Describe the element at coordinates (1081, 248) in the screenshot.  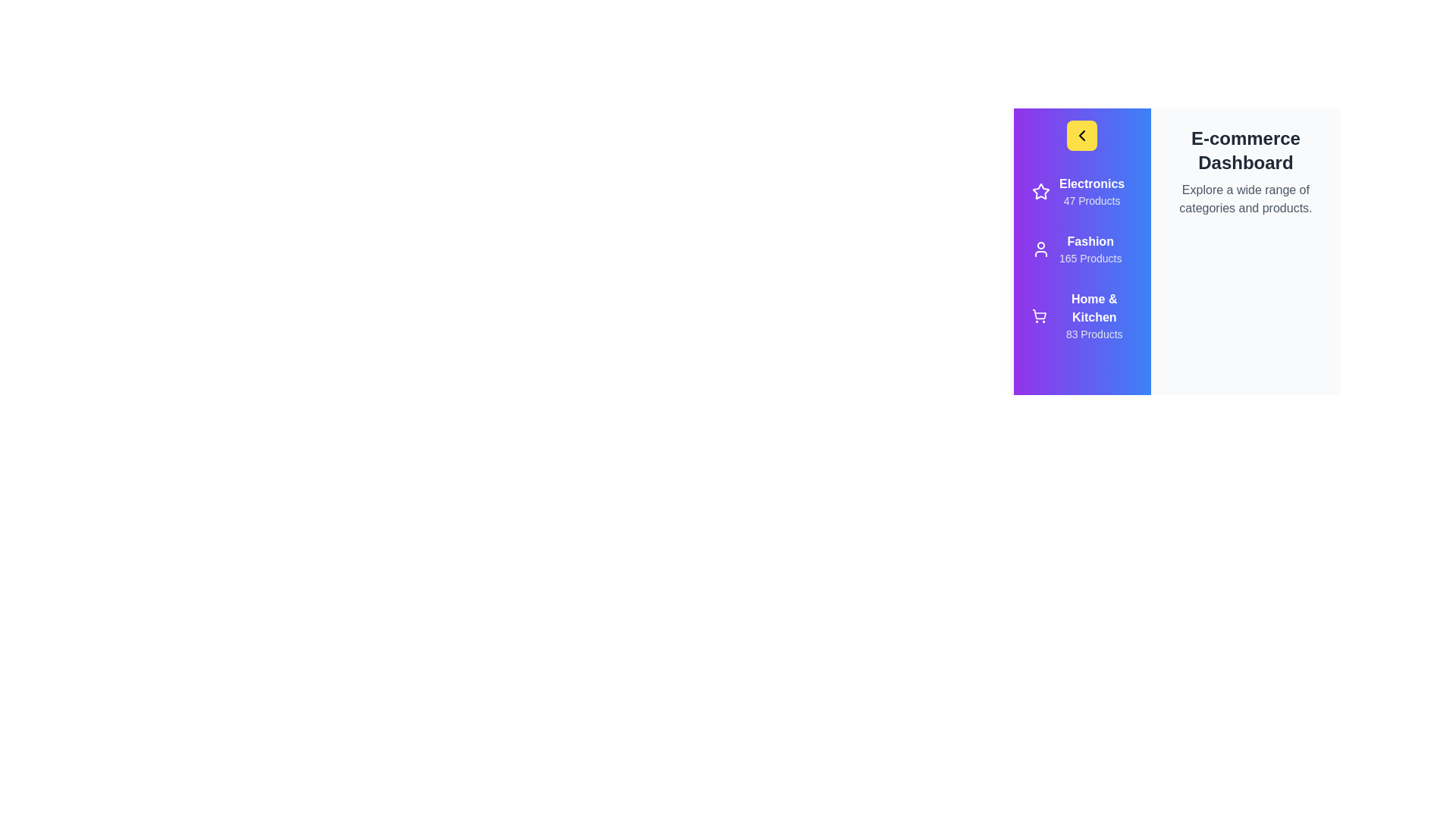
I see `the category Fashion to select it` at that location.